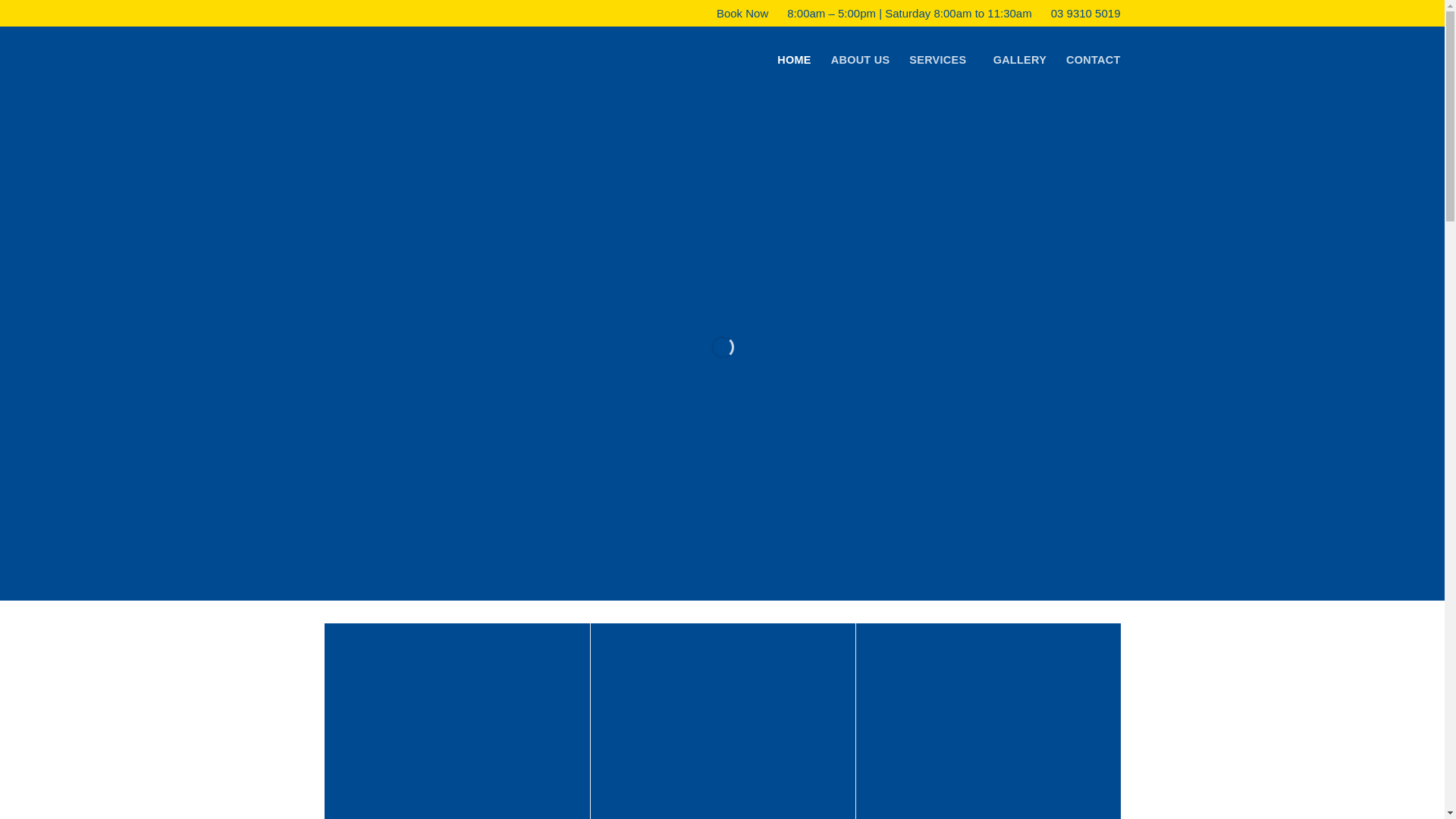 The height and width of the screenshot is (819, 1456). What do you see at coordinates (792, 59) in the screenshot?
I see `'HOME'` at bounding box center [792, 59].